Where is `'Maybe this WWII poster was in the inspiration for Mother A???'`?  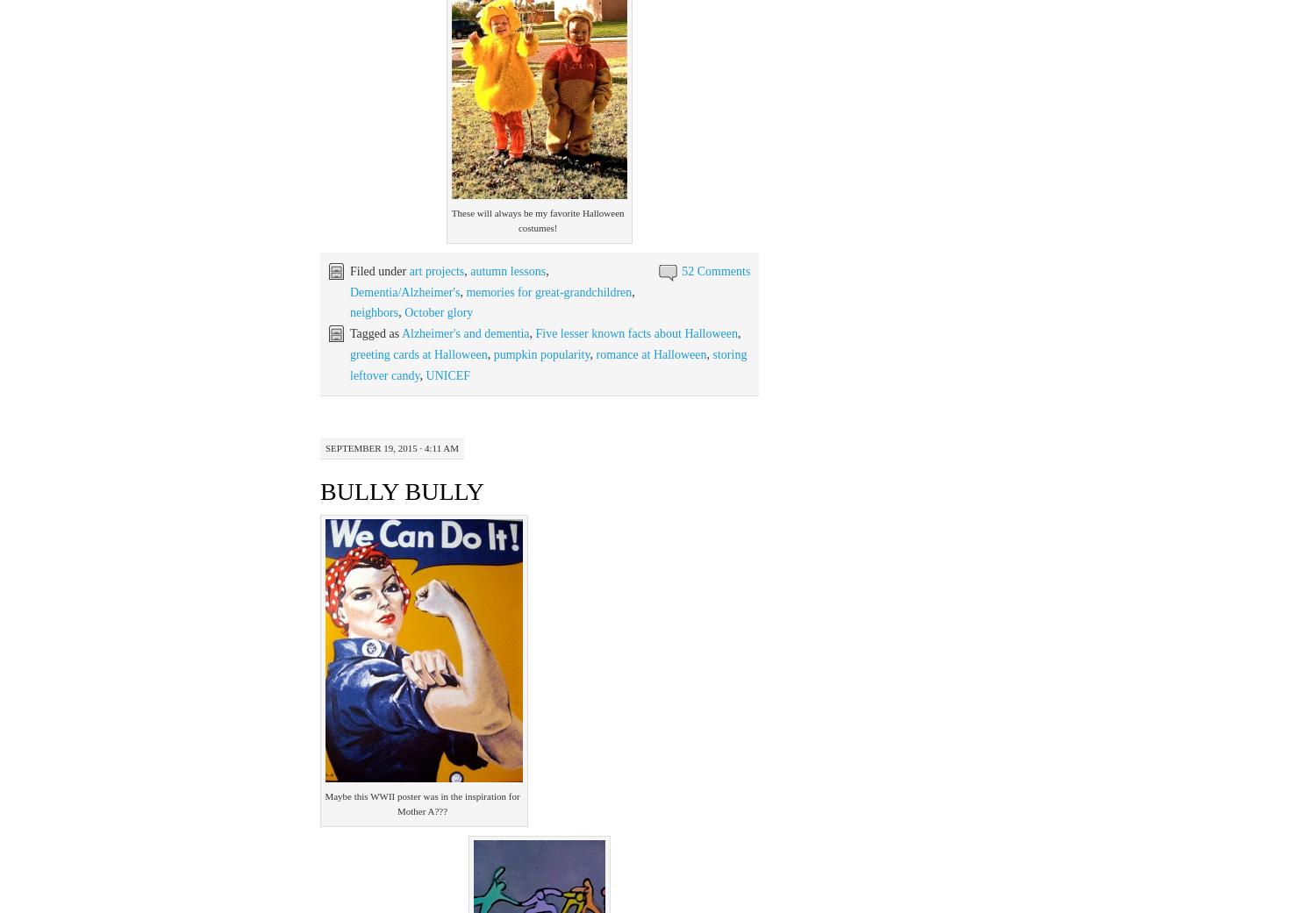
'Maybe this WWII poster was in the inspiration for Mother A???' is located at coordinates (421, 802).